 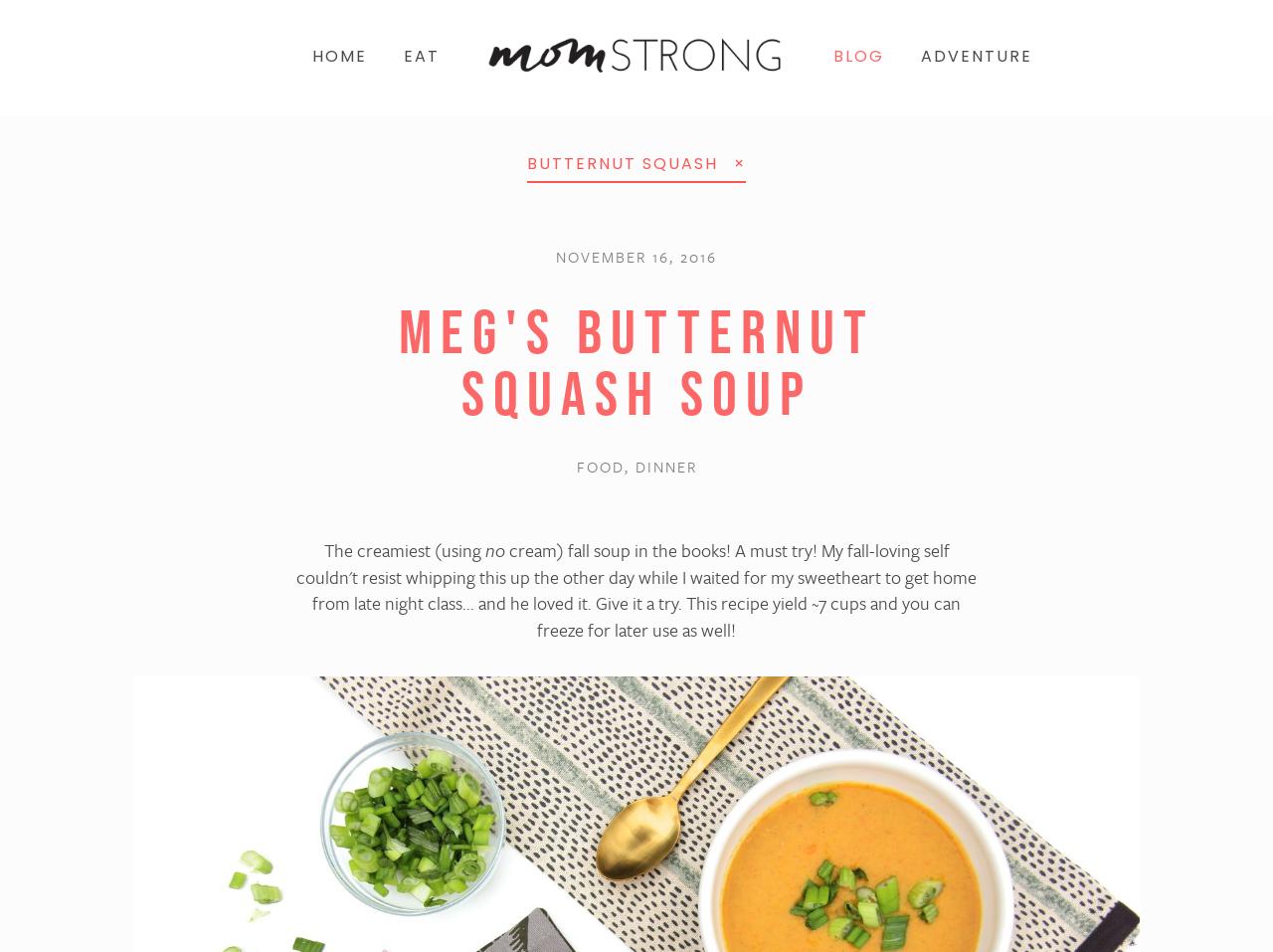 What do you see at coordinates (635, 361) in the screenshot?
I see `'Meg's Butternut Squash Soup'` at bounding box center [635, 361].